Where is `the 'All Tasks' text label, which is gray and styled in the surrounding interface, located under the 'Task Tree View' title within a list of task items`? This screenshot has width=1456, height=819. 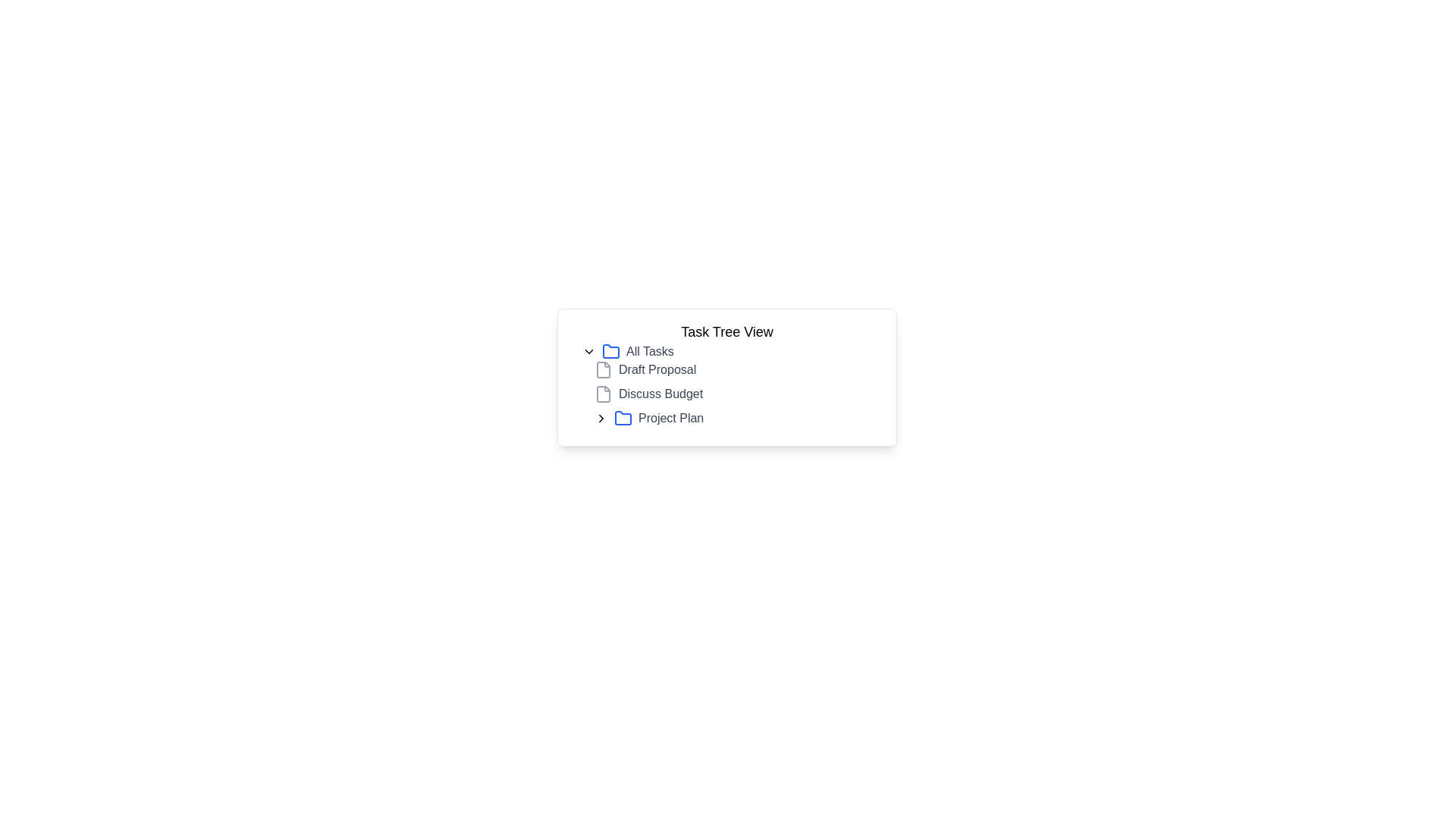
the 'All Tasks' text label, which is gray and styled in the surrounding interface, located under the 'Task Tree View' title within a list of task items is located at coordinates (650, 351).